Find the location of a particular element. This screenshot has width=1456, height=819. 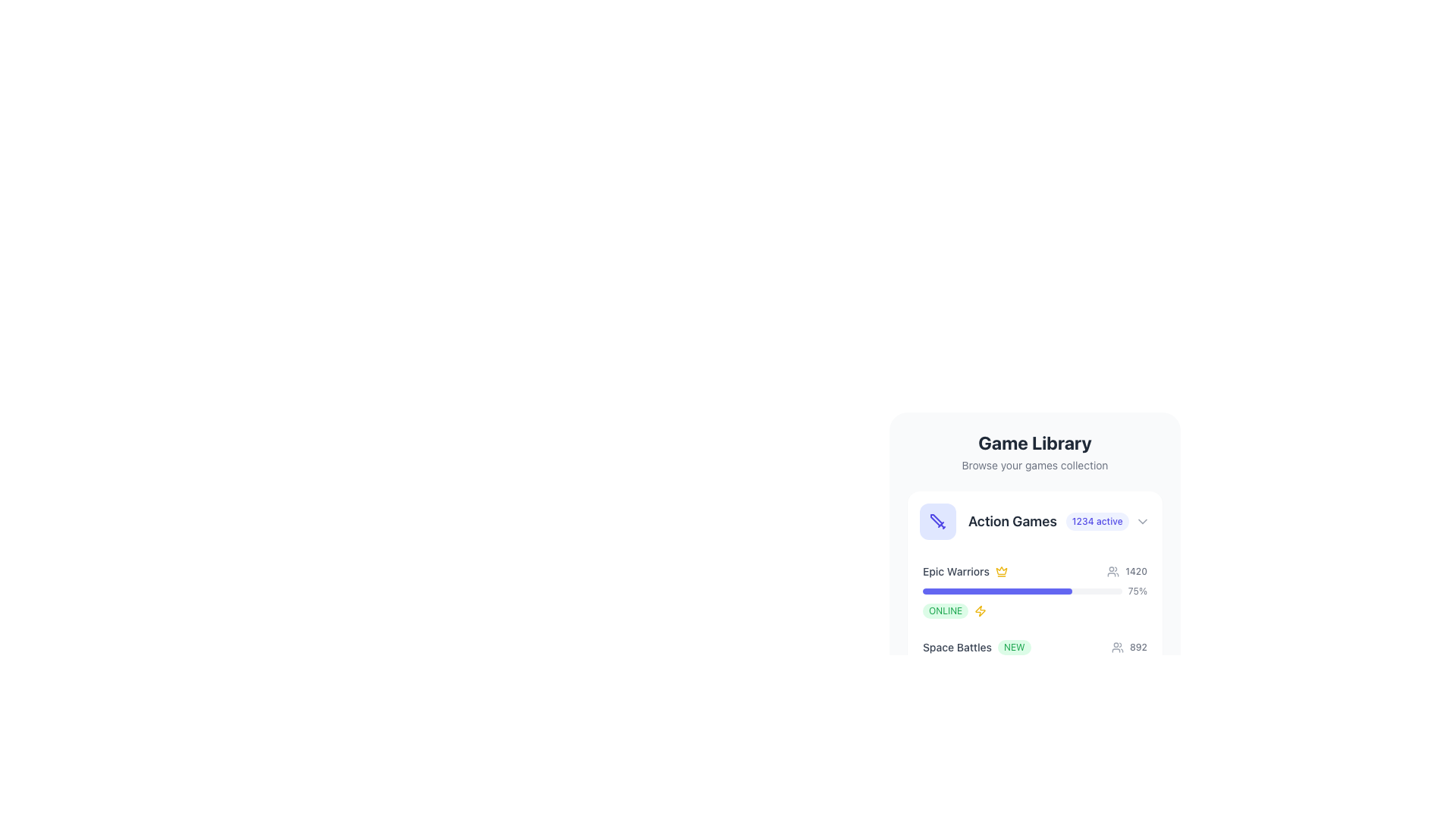

the static text display showing '1420' with an accompanying icon of a group of people, located to the right of 'Epic Warriors' is located at coordinates (1127, 571).